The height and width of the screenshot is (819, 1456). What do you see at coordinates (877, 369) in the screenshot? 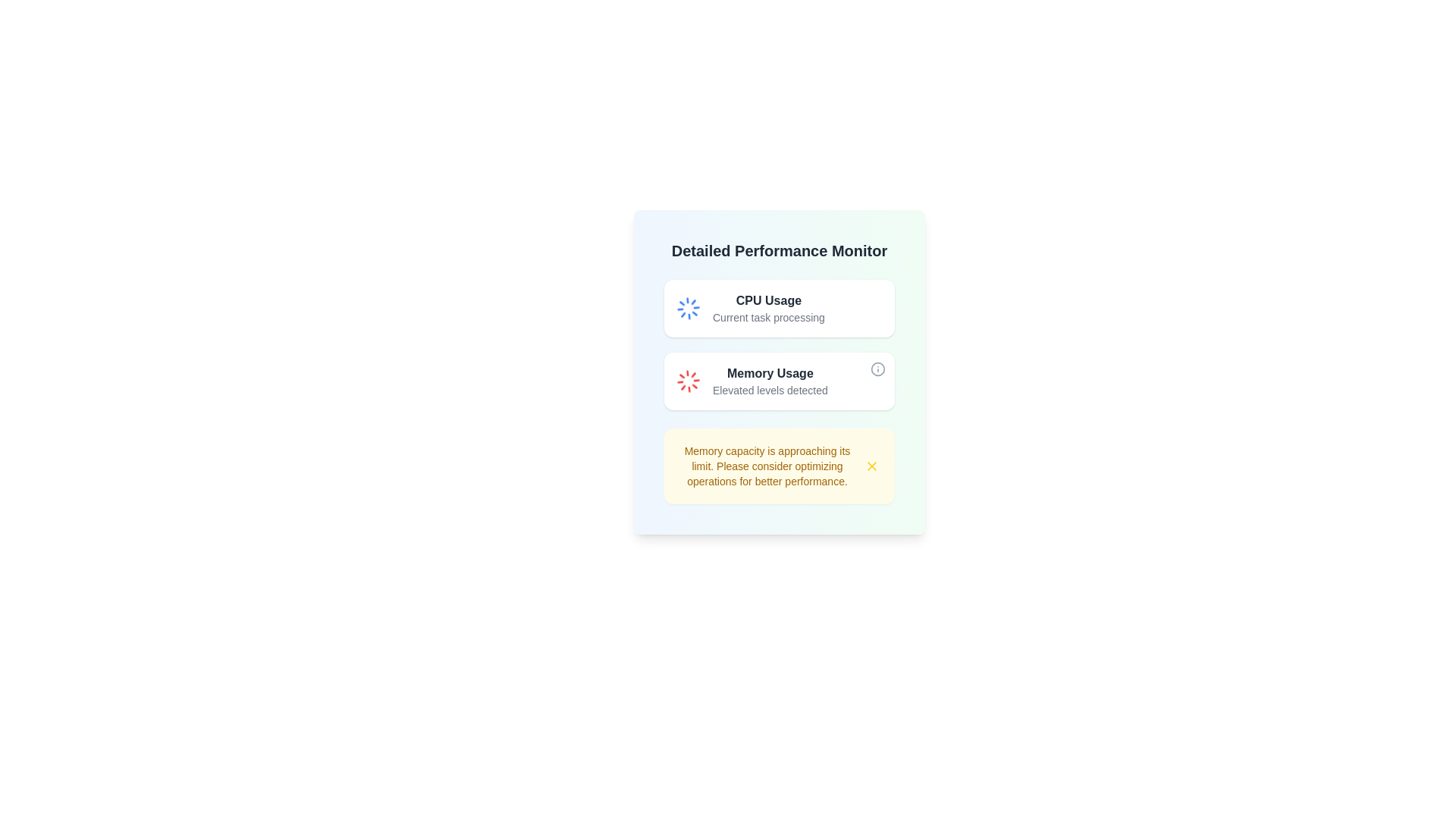
I see `the circular icon button in the top-right corner of the 'Memory Usage' card` at bounding box center [877, 369].